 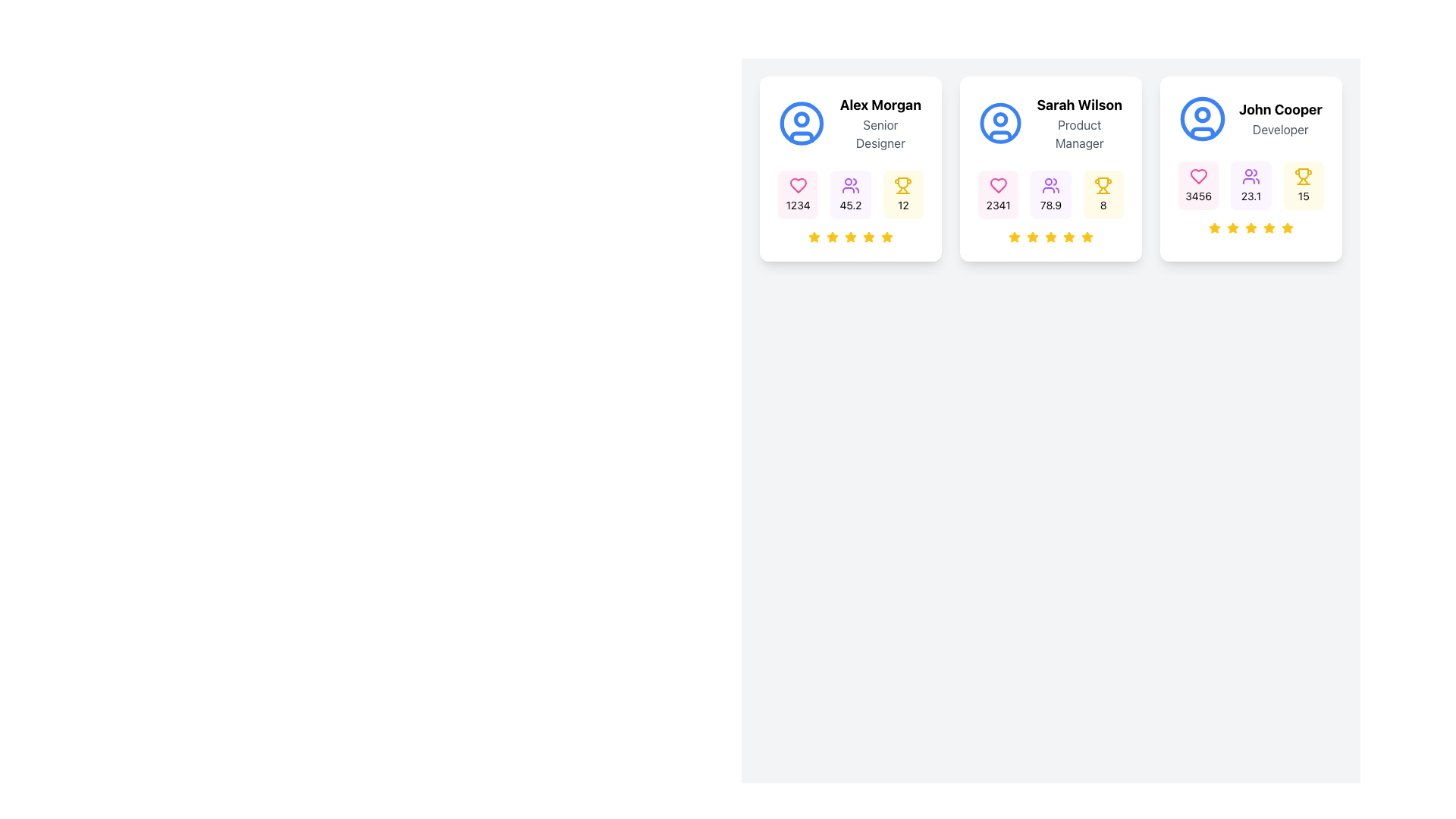 What do you see at coordinates (998, 185) in the screenshot?
I see `the leftmost icon representing metric data (likes or favorites) for Sarah Wilson's profile, which has a value of '2341' below it` at bounding box center [998, 185].